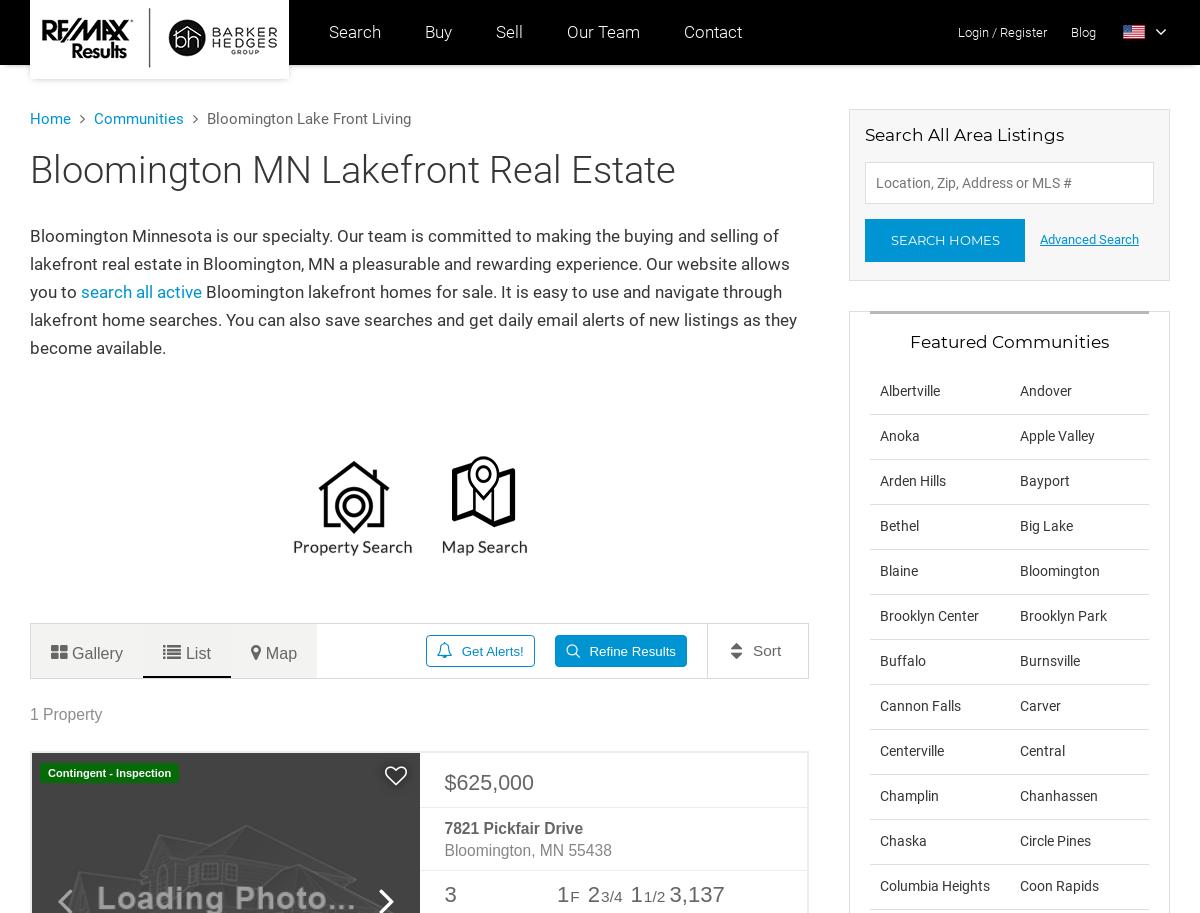  I want to click on '3/4', so click(611, 895).